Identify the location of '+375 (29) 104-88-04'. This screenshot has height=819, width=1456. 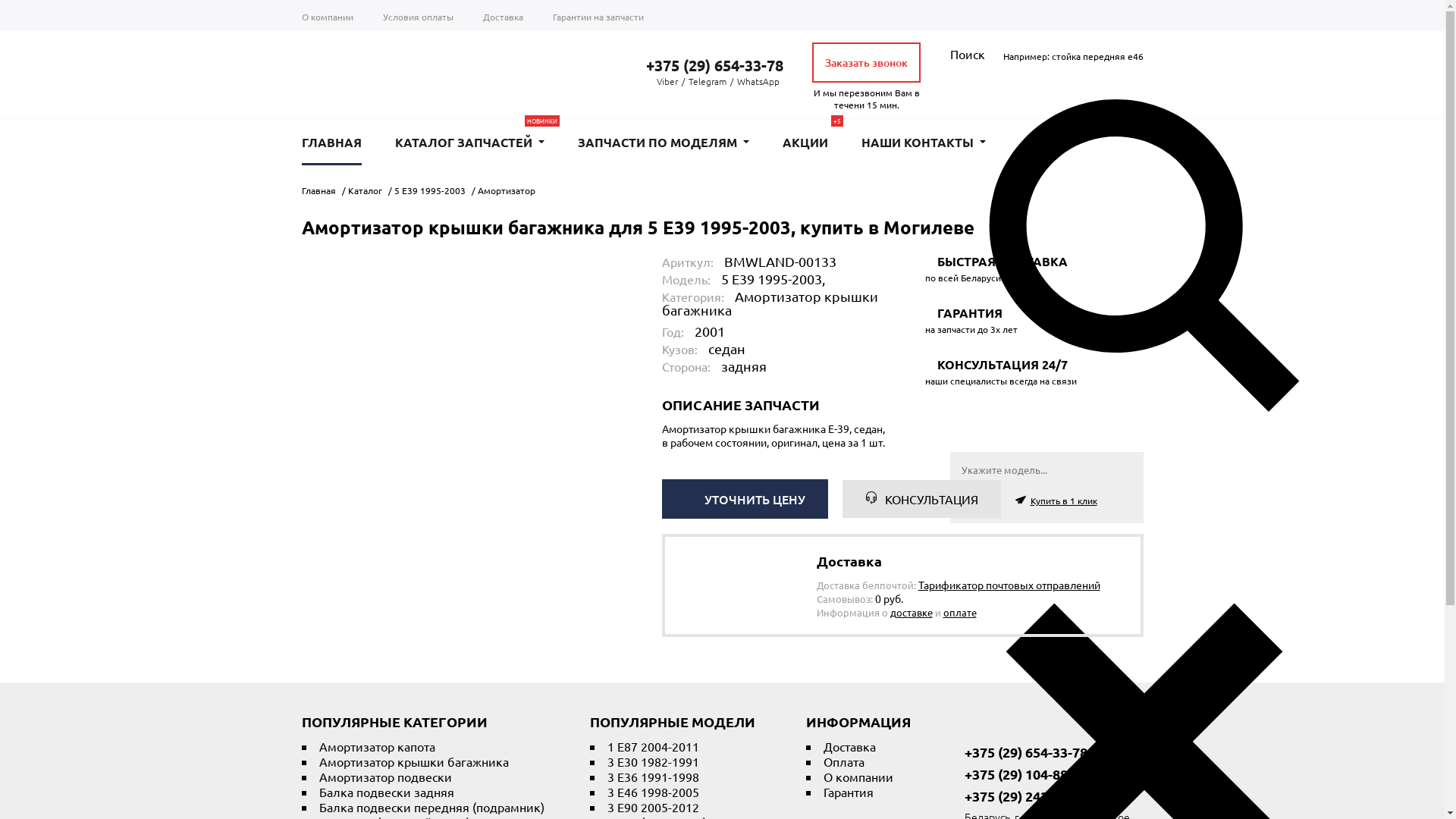
(1018, 774).